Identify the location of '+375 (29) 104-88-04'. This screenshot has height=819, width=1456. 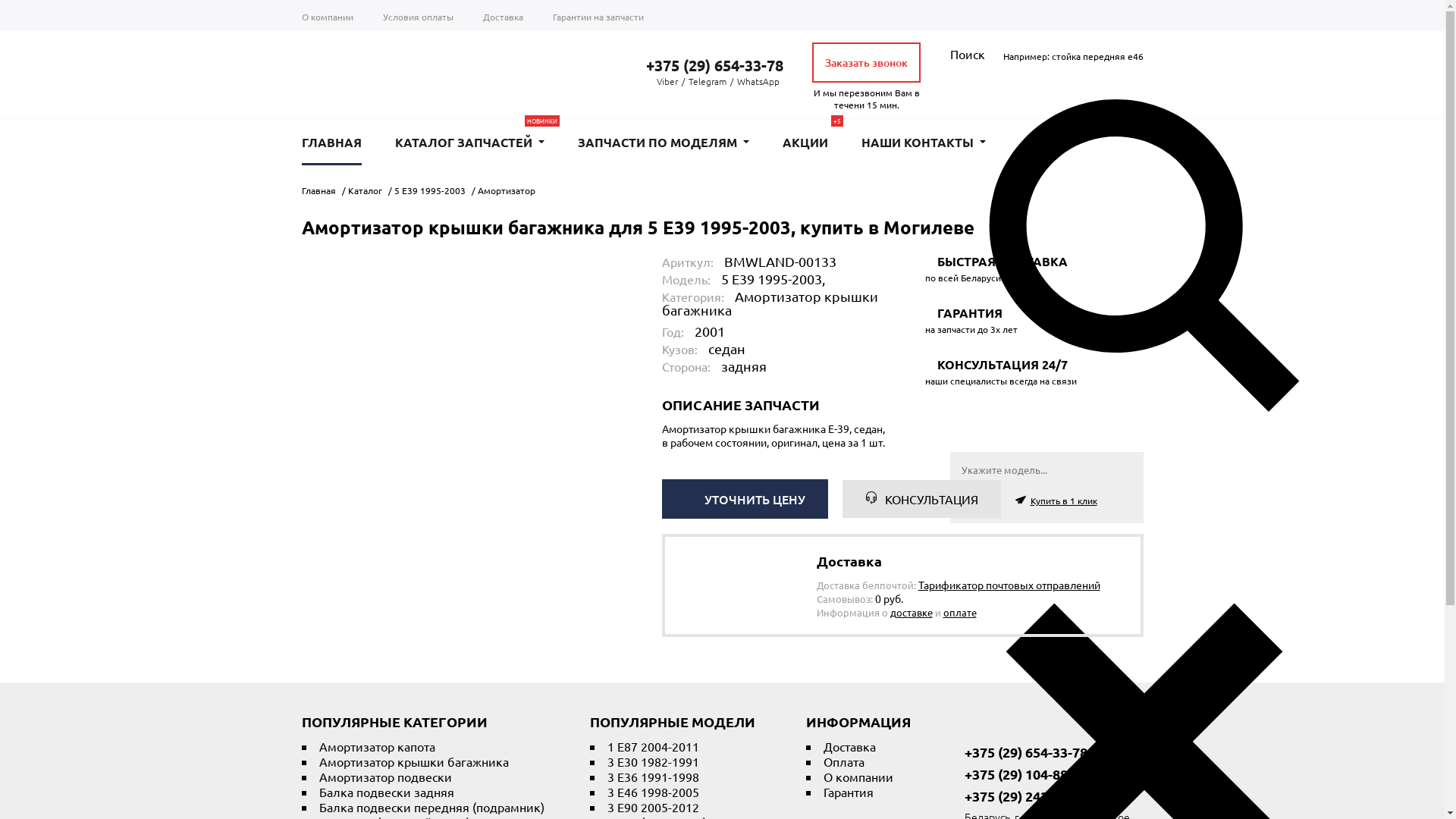
(1018, 774).